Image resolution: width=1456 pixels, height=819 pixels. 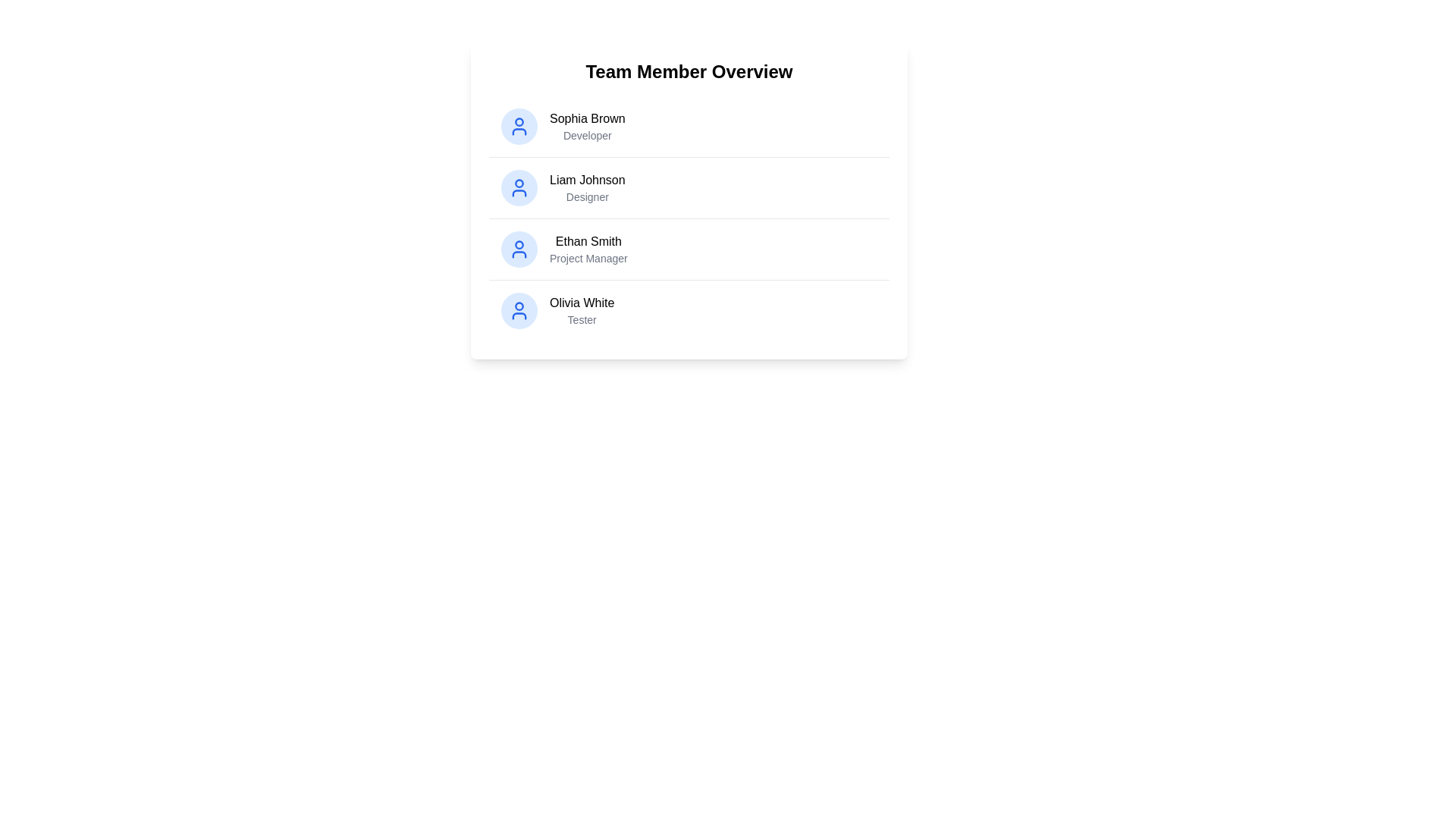 I want to click on to select the user profile details of the team member positioned as the second item in the list, showcasing their name and title, located between 'Sophia Brown' and 'Ethan Smith', so click(x=688, y=187).